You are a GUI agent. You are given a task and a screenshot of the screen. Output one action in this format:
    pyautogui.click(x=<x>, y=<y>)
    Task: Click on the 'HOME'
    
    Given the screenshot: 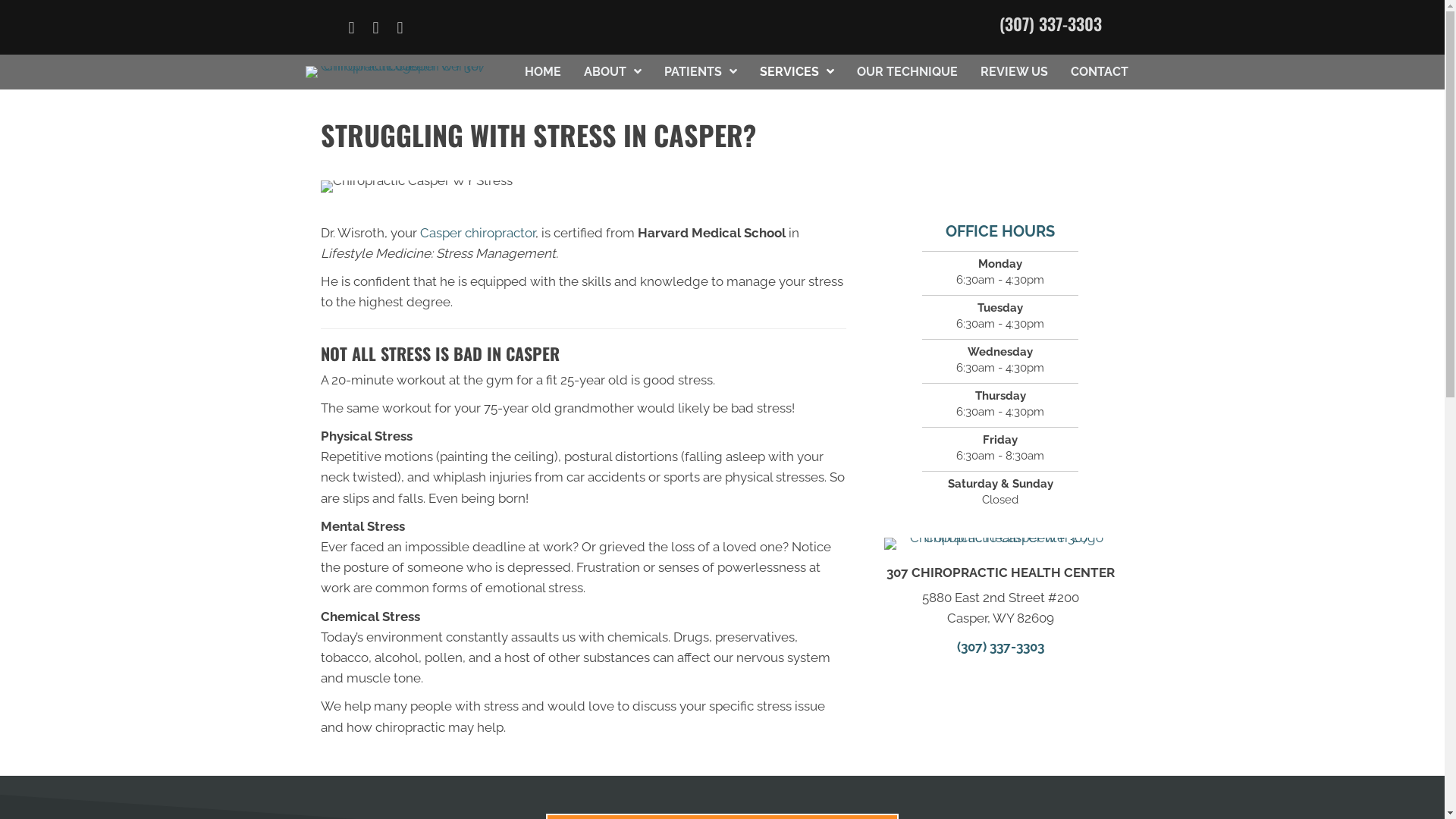 What is the action you would take?
    pyautogui.click(x=542, y=72)
    